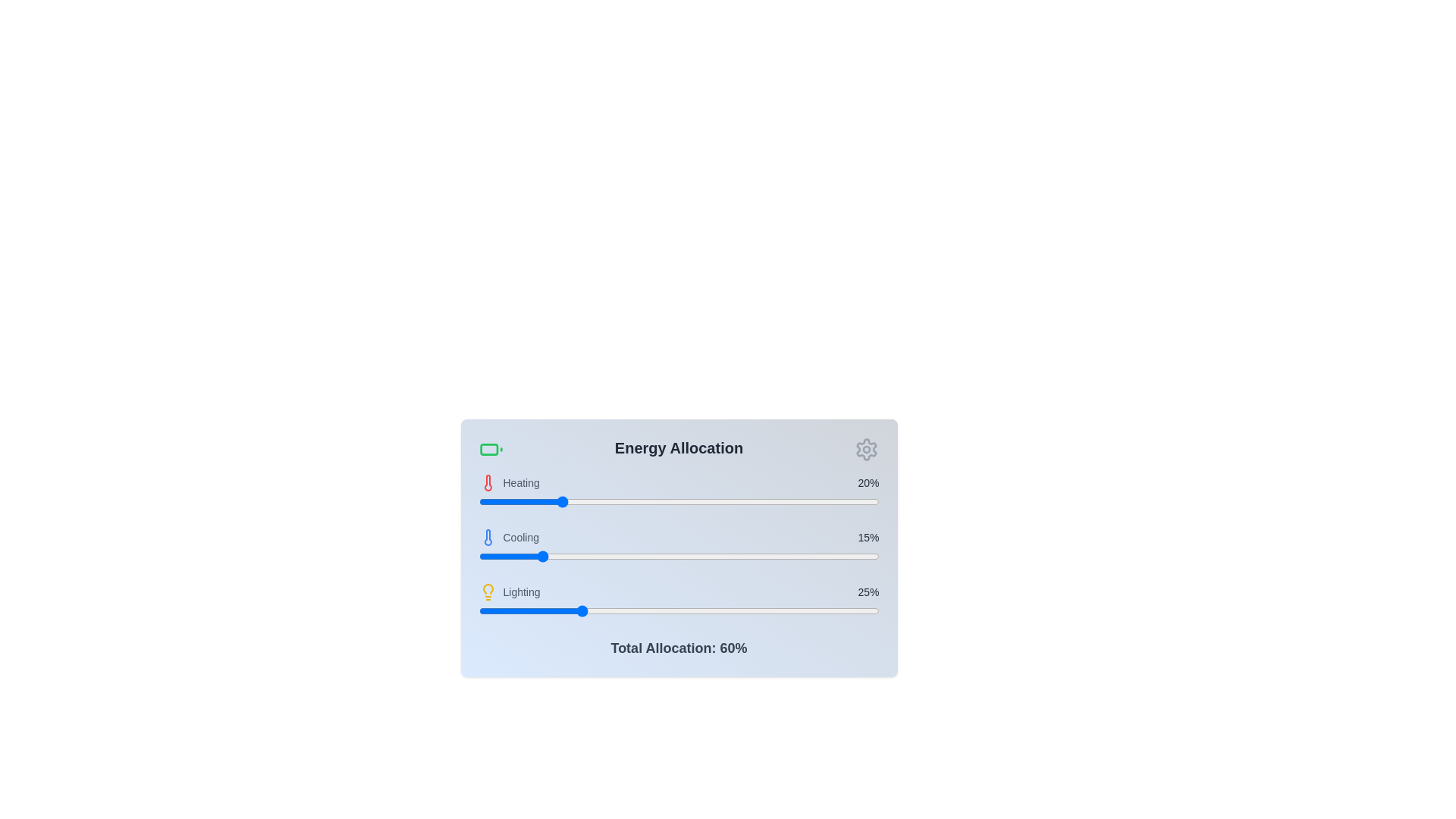  Describe the element at coordinates (566, 502) in the screenshot. I see `the heating allocation slider to 22%` at that location.